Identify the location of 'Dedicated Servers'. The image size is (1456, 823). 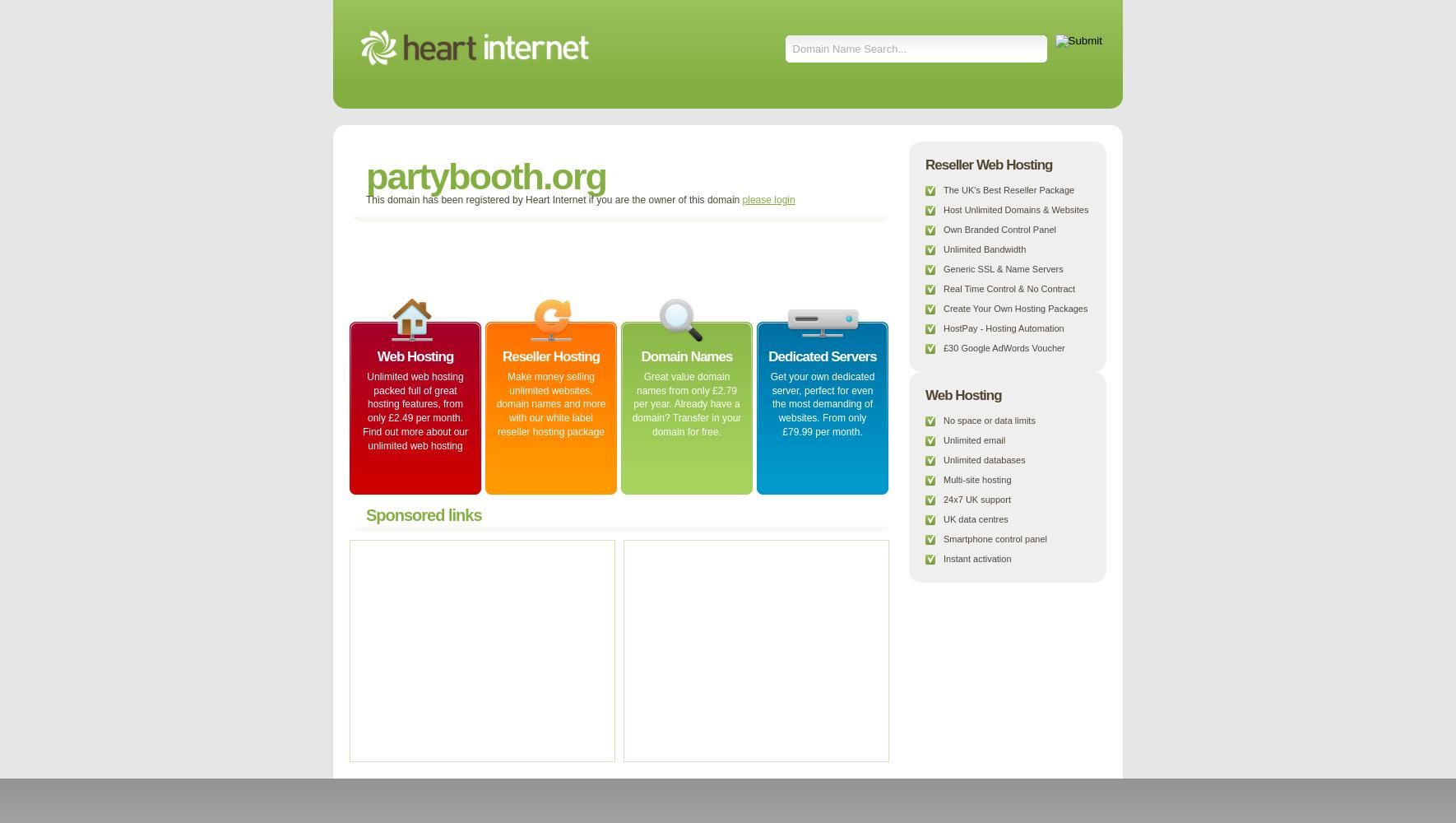
(821, 356).